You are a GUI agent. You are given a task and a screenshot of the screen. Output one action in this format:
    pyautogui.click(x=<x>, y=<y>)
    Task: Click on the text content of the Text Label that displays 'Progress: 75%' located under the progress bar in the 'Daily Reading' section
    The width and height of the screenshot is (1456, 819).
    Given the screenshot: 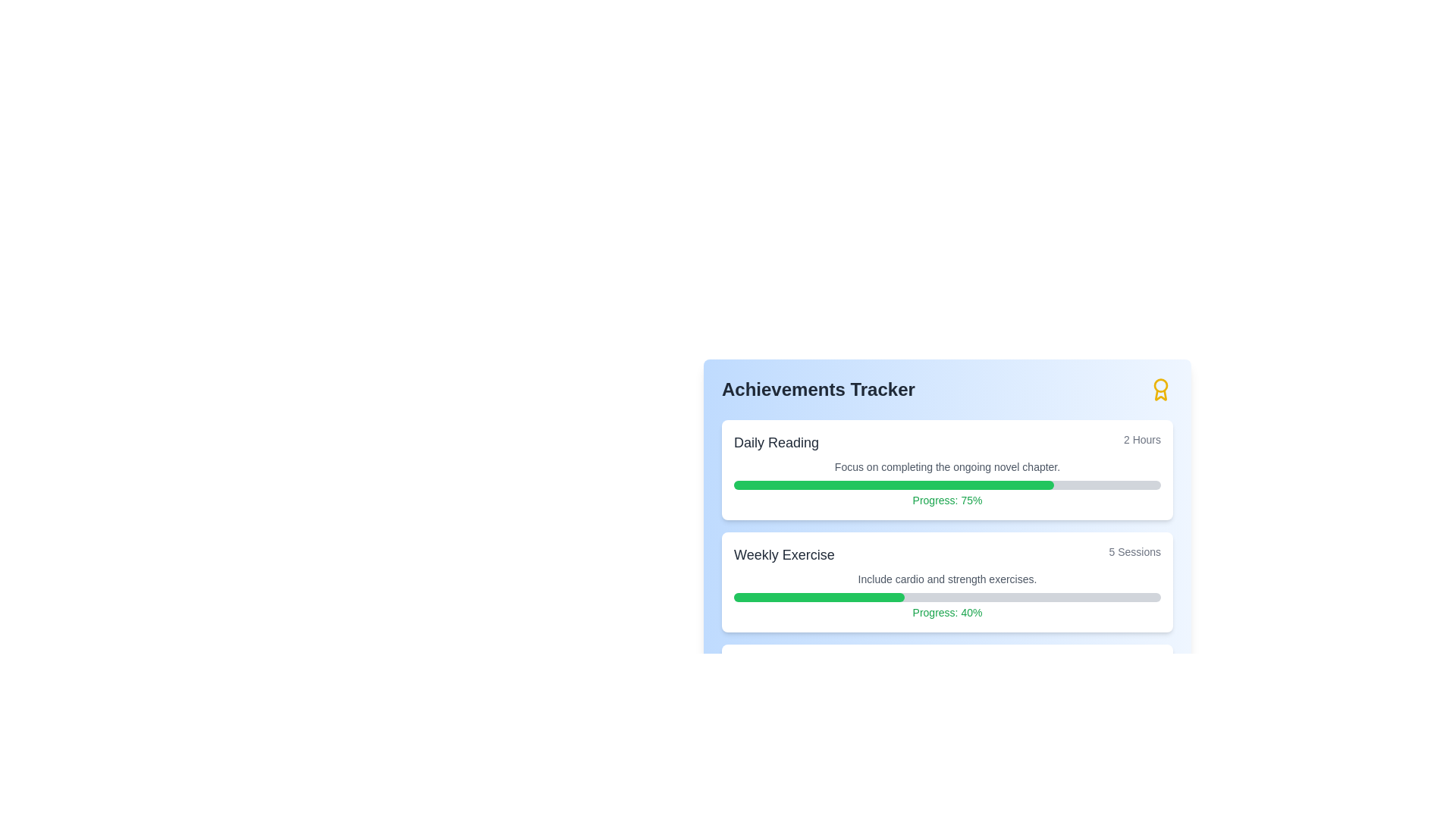 What is the action you would take?
    pyautogui.click(x=946, y=500)
    